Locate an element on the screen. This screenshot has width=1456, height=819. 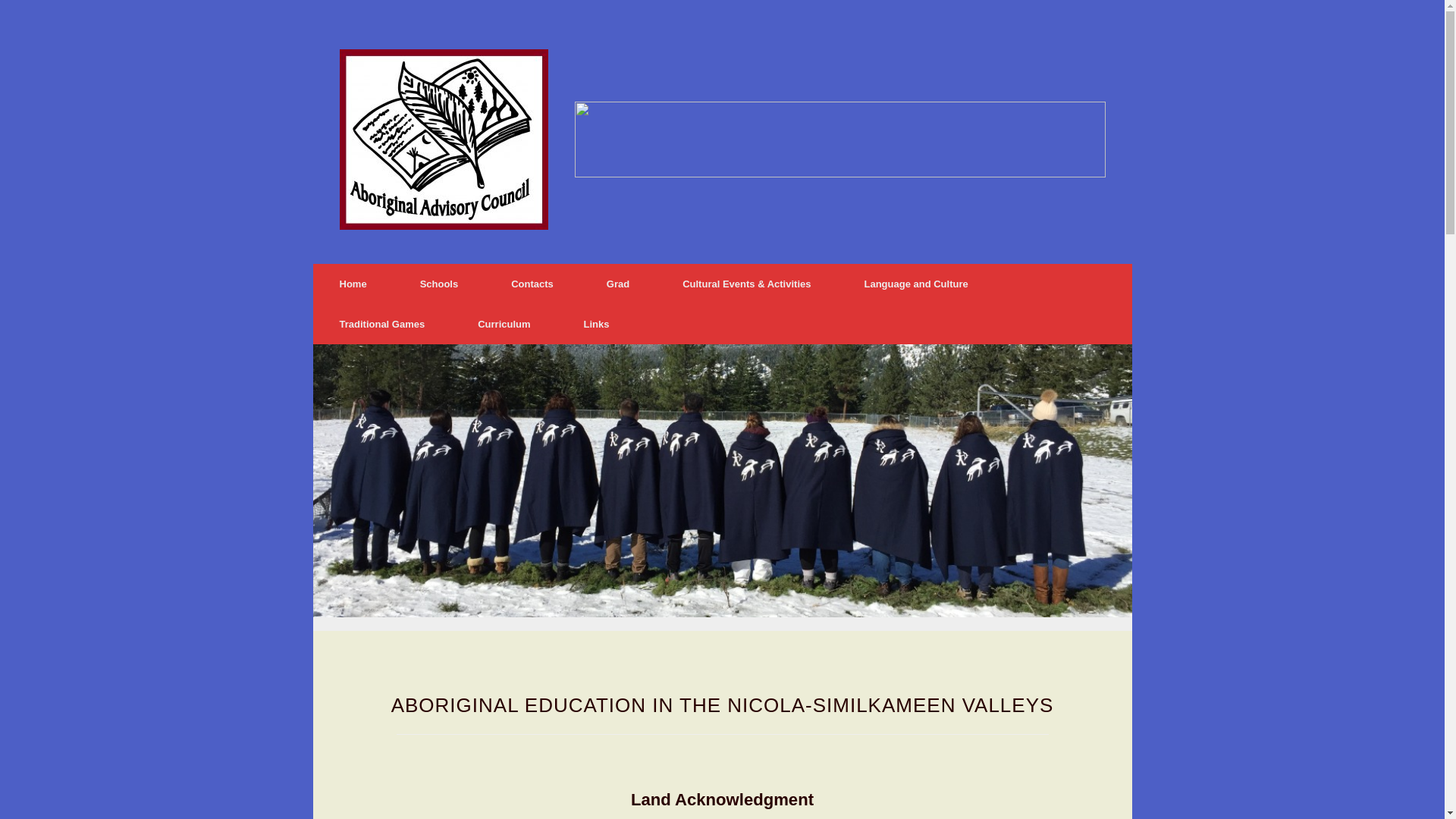
'Curriculum' is located at coordinates (504, 323).